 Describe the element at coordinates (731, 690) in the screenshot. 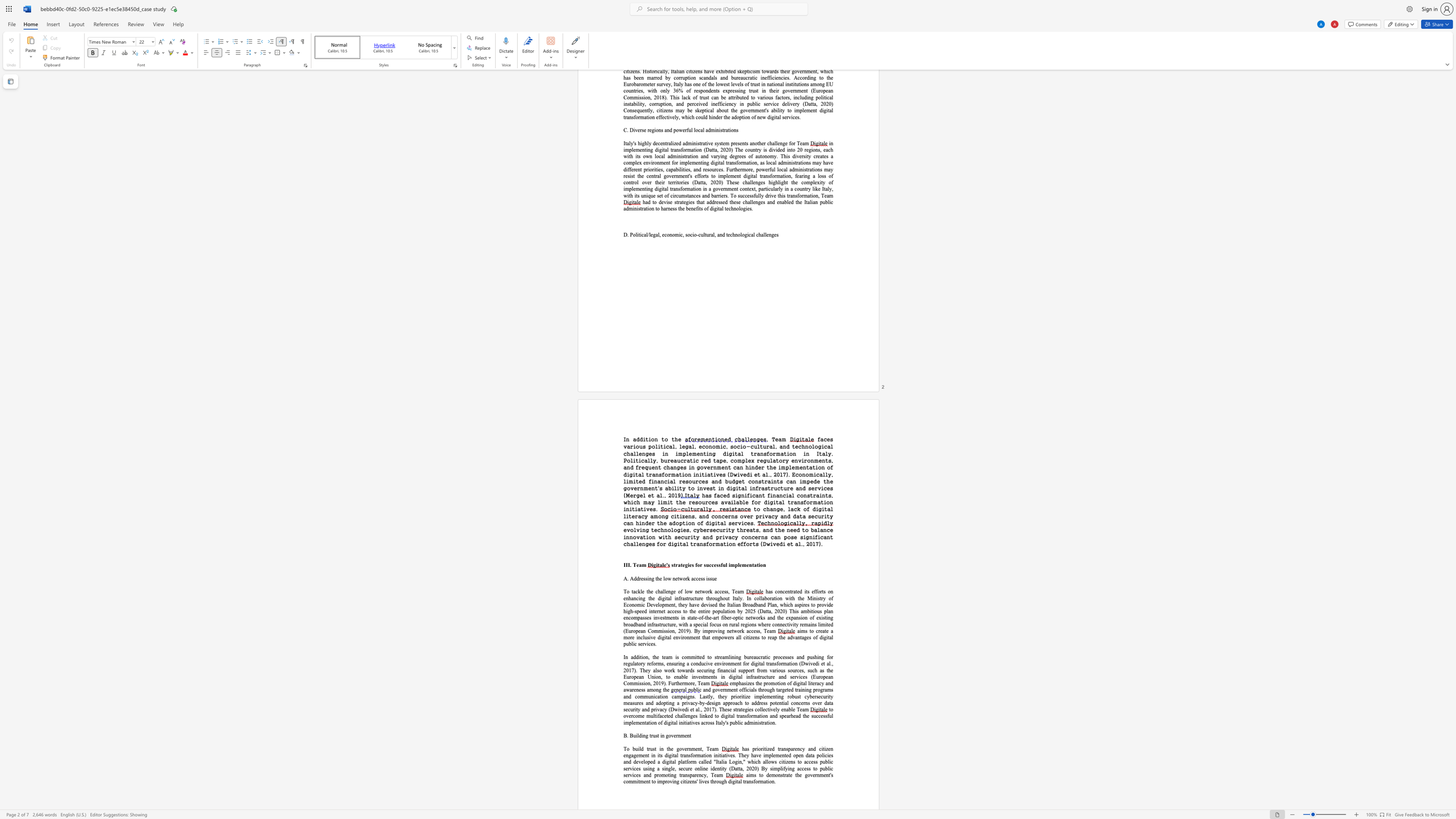

I see `the subset text "ent of" within the text "and government of"` at that location.